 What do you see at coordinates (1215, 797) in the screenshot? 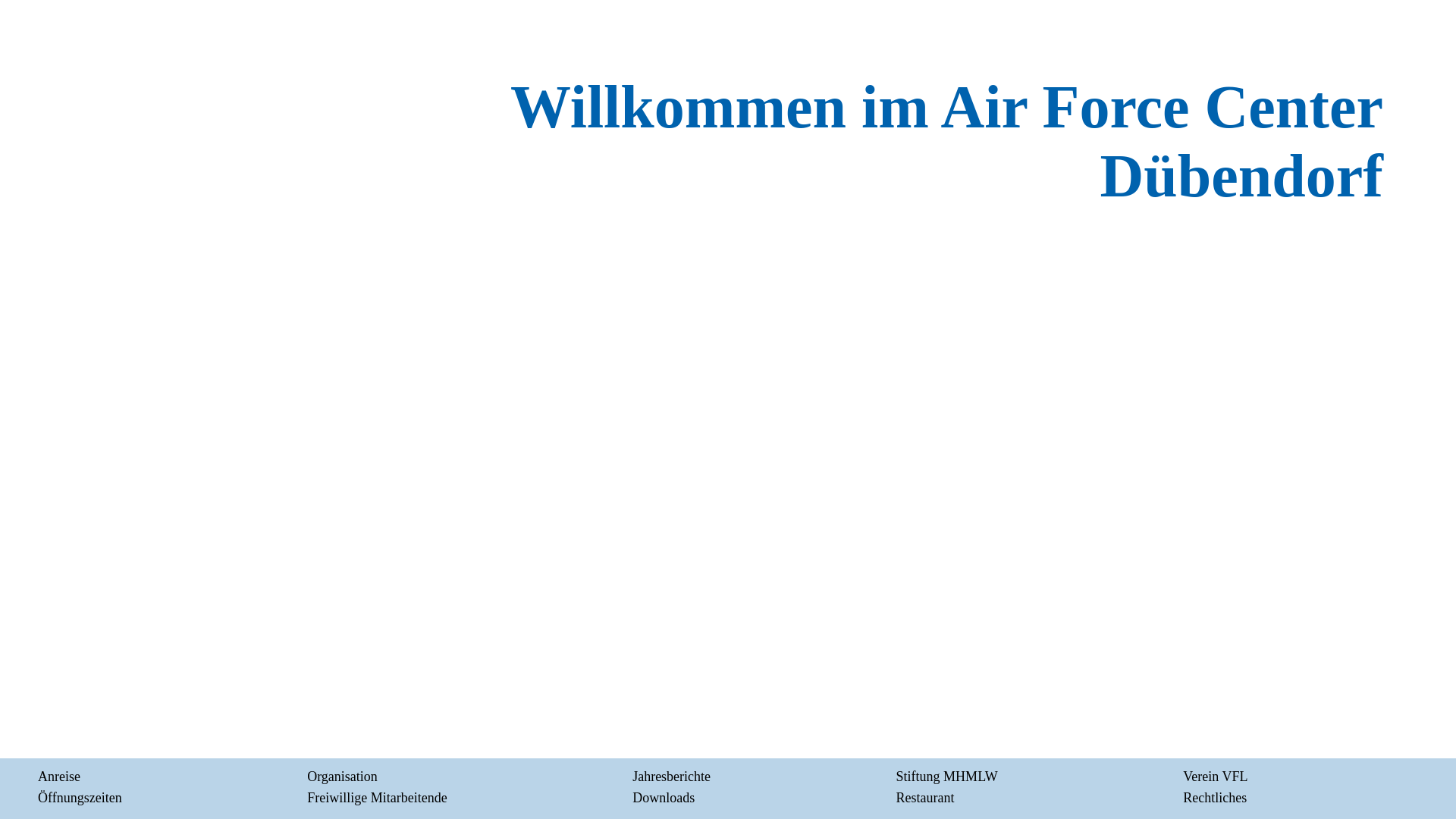
I see `'Rechtliches'` at bounding box center [1215, 797].